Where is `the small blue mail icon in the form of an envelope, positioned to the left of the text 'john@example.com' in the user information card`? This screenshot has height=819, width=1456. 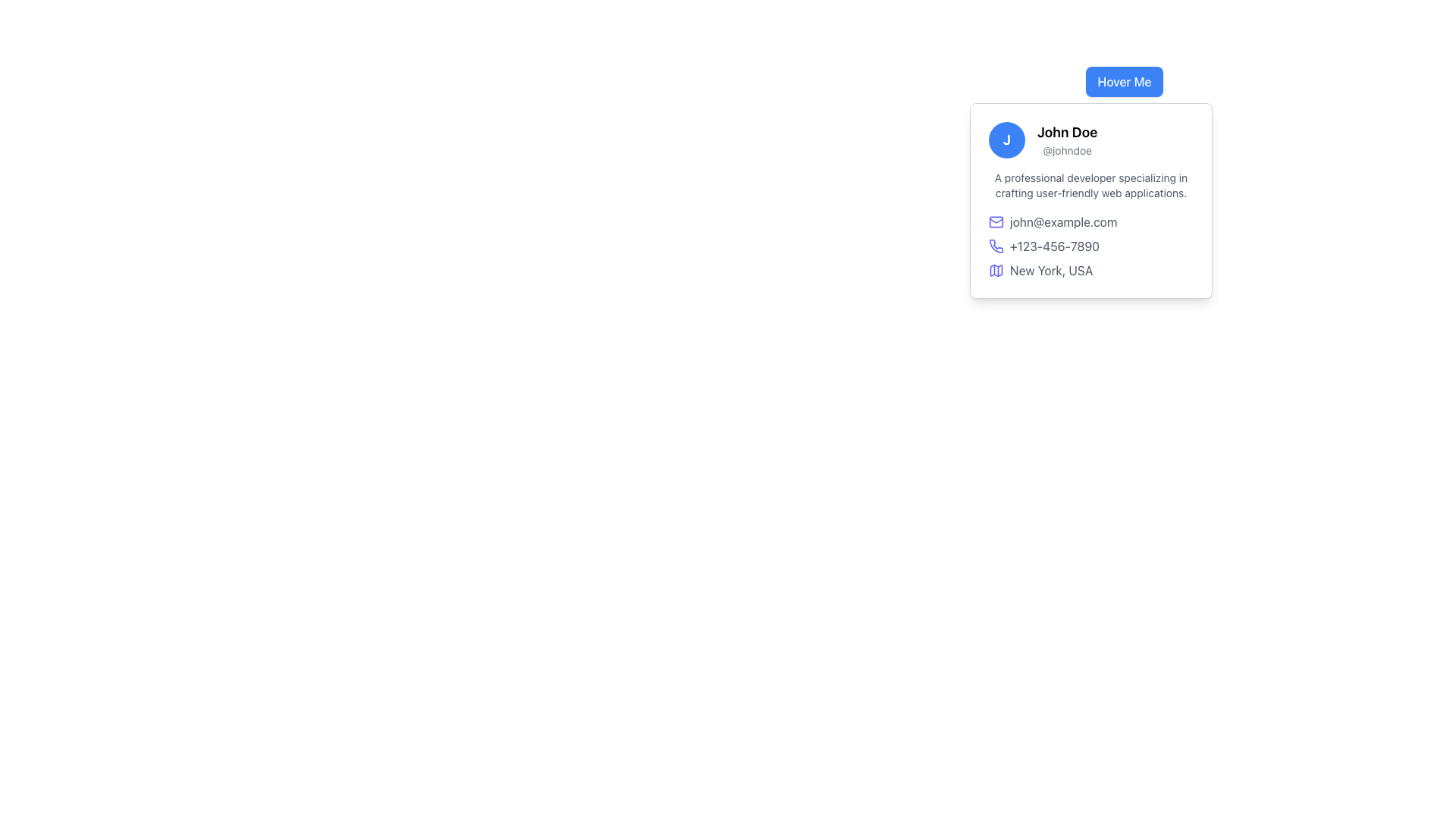
the small blue mail icon in the form of an envelope, positioned to the left of the text 'john@example.com' in the user information card is located at coordinates (996, 222).